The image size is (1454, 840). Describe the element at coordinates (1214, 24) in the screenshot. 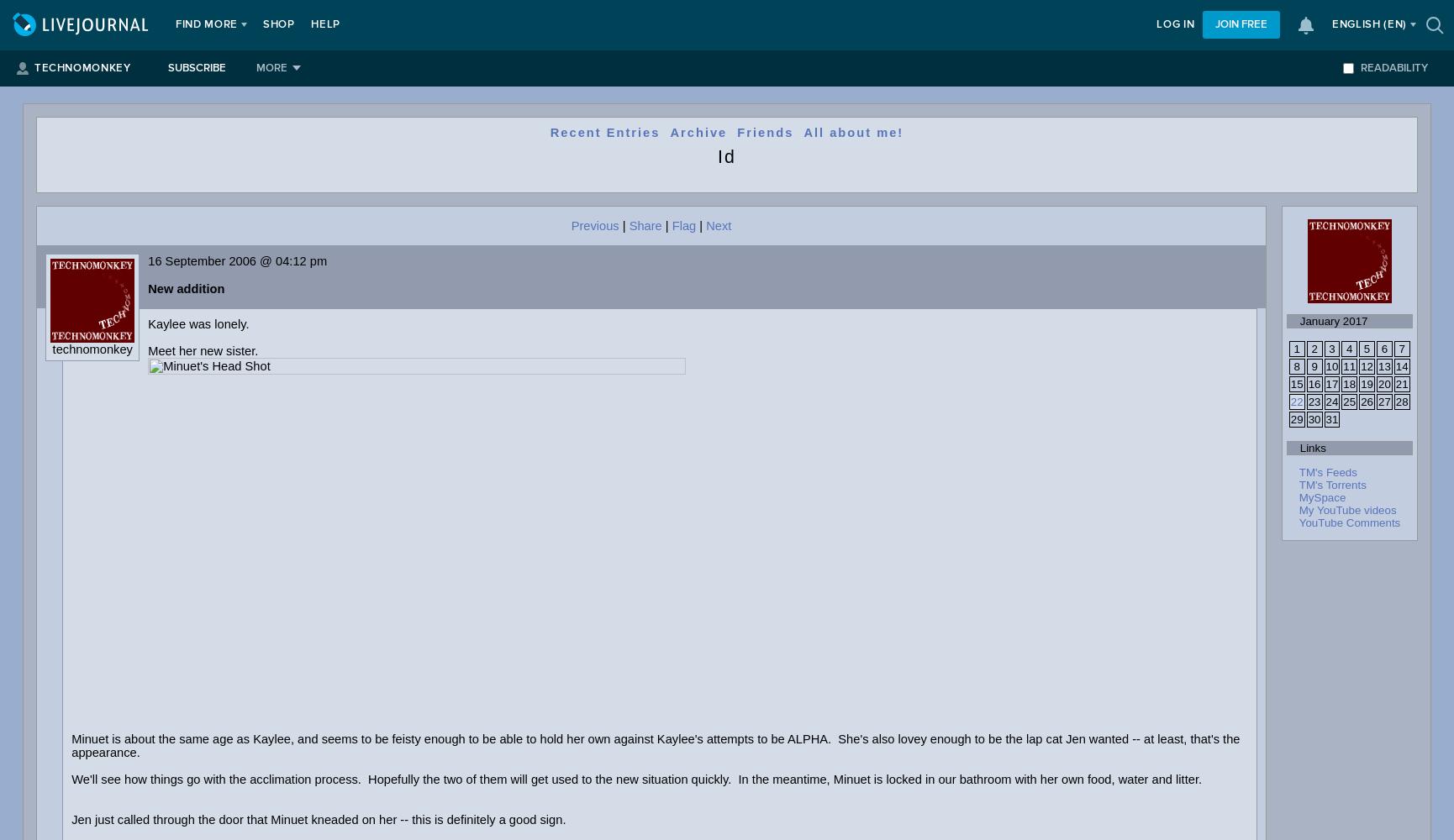

I see `'Join free'` at that location.